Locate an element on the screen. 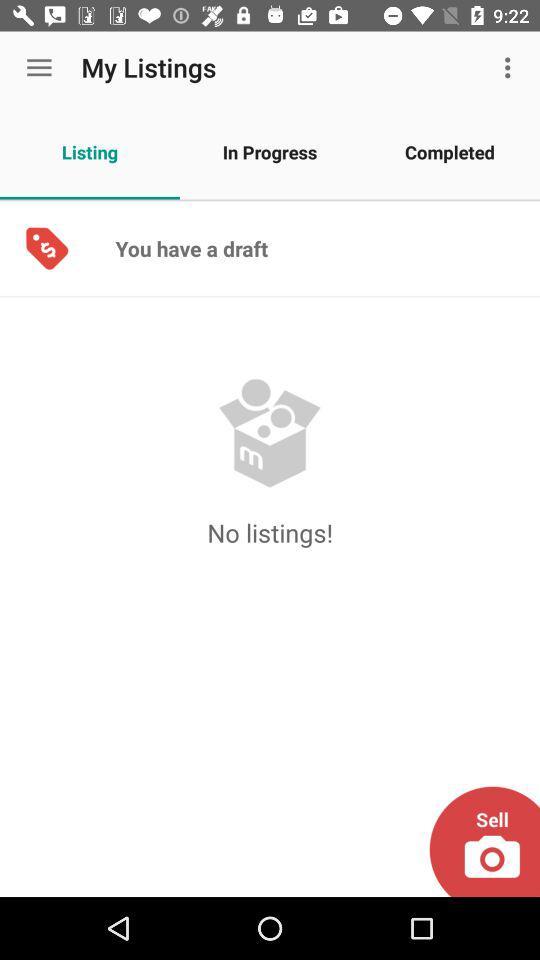 The image size is (540, 960). in progress is located at coordinates (270, 151).